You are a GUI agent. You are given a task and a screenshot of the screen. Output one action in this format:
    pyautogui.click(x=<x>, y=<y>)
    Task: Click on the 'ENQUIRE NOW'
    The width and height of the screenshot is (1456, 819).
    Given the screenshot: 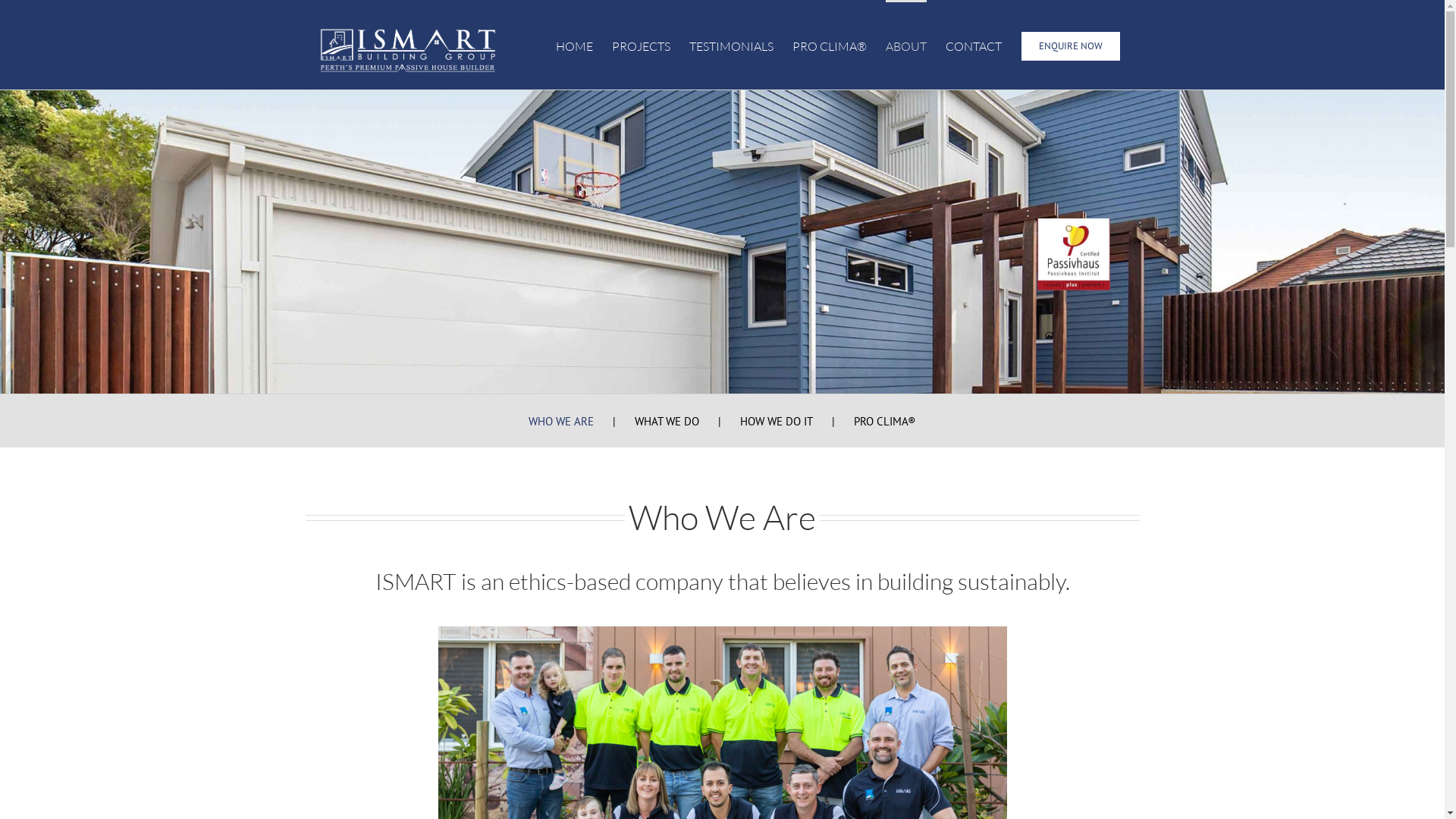 What is the action you would take?
    pyautogui.click(x=1069, y=43)
    